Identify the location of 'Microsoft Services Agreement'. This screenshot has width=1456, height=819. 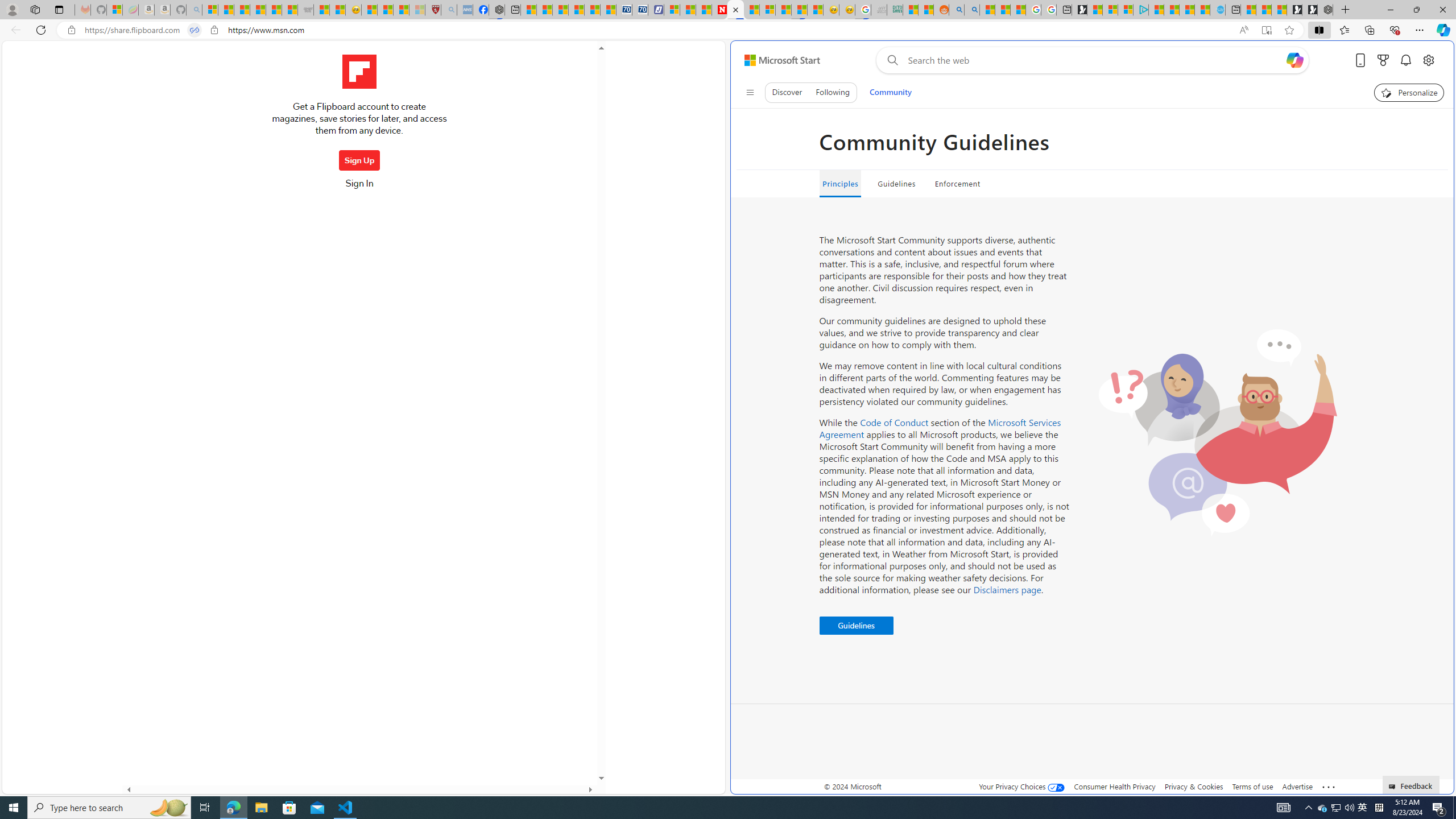
(939, 428).